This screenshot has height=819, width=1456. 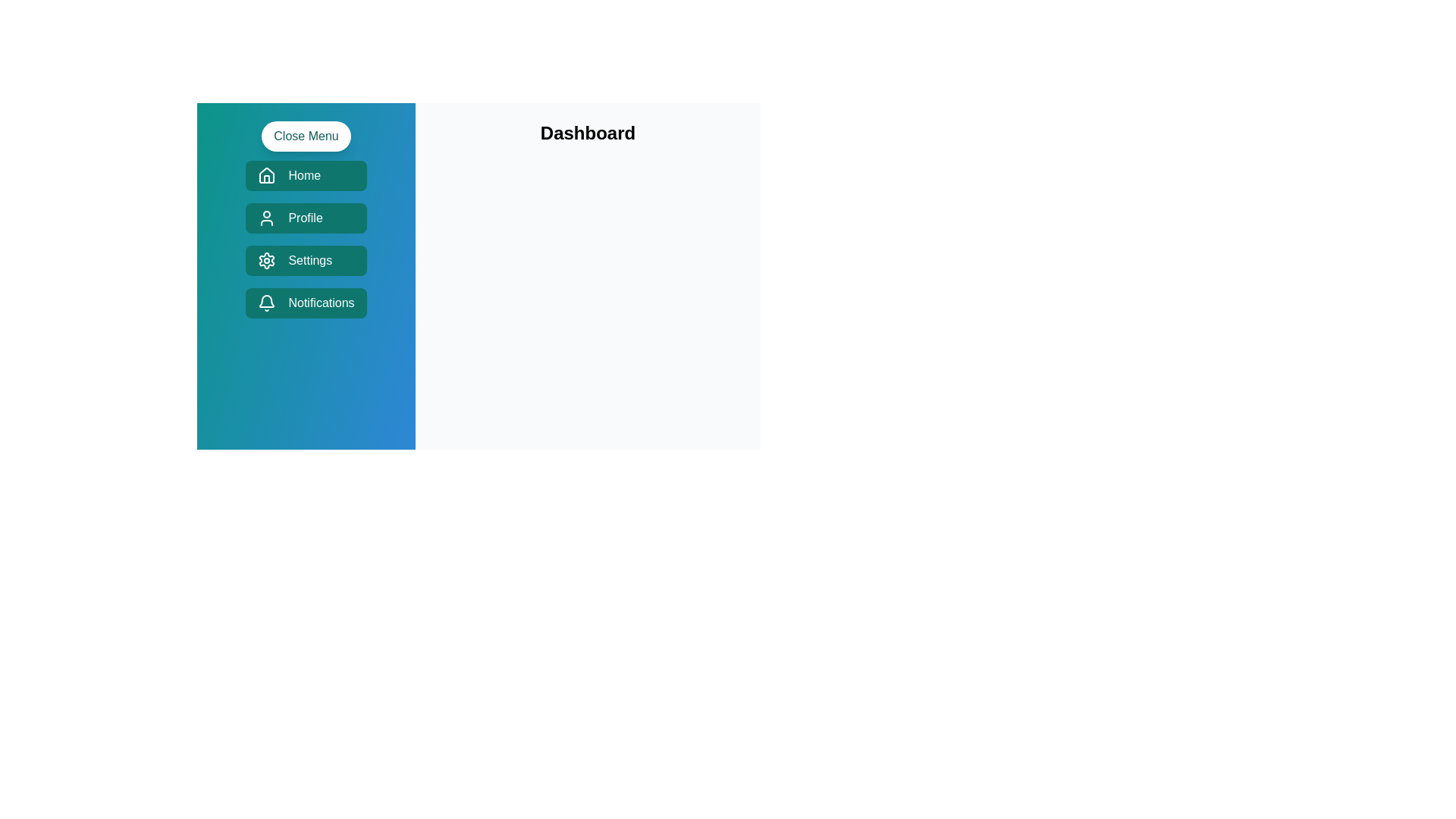 What do you see at coordinates (305, 218) in the screenshot?
I see `the 'Profile' text label, which is styled with white text on a dark green background and is part of a vertical menu positioned between the 'Home' and 'Settings' buttons` at bounding box center [305, 218].